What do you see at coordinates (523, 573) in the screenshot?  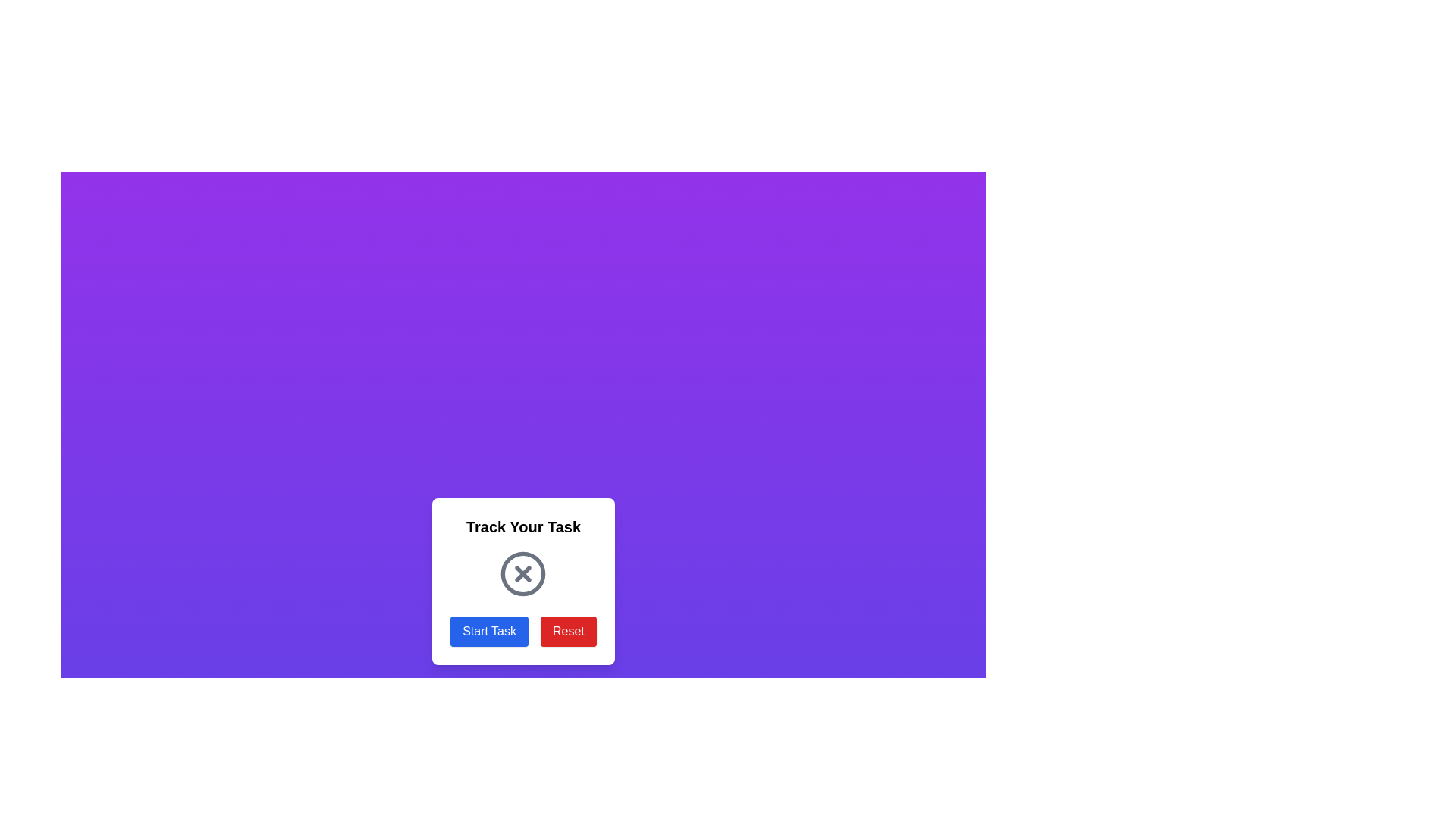 I see `the icon located below the heading 'Track Your Task' and above the buttons 'Start Task' and 'Reset'. This icon is likely indicating a cancel or close action` at bounding box center [523, 573].